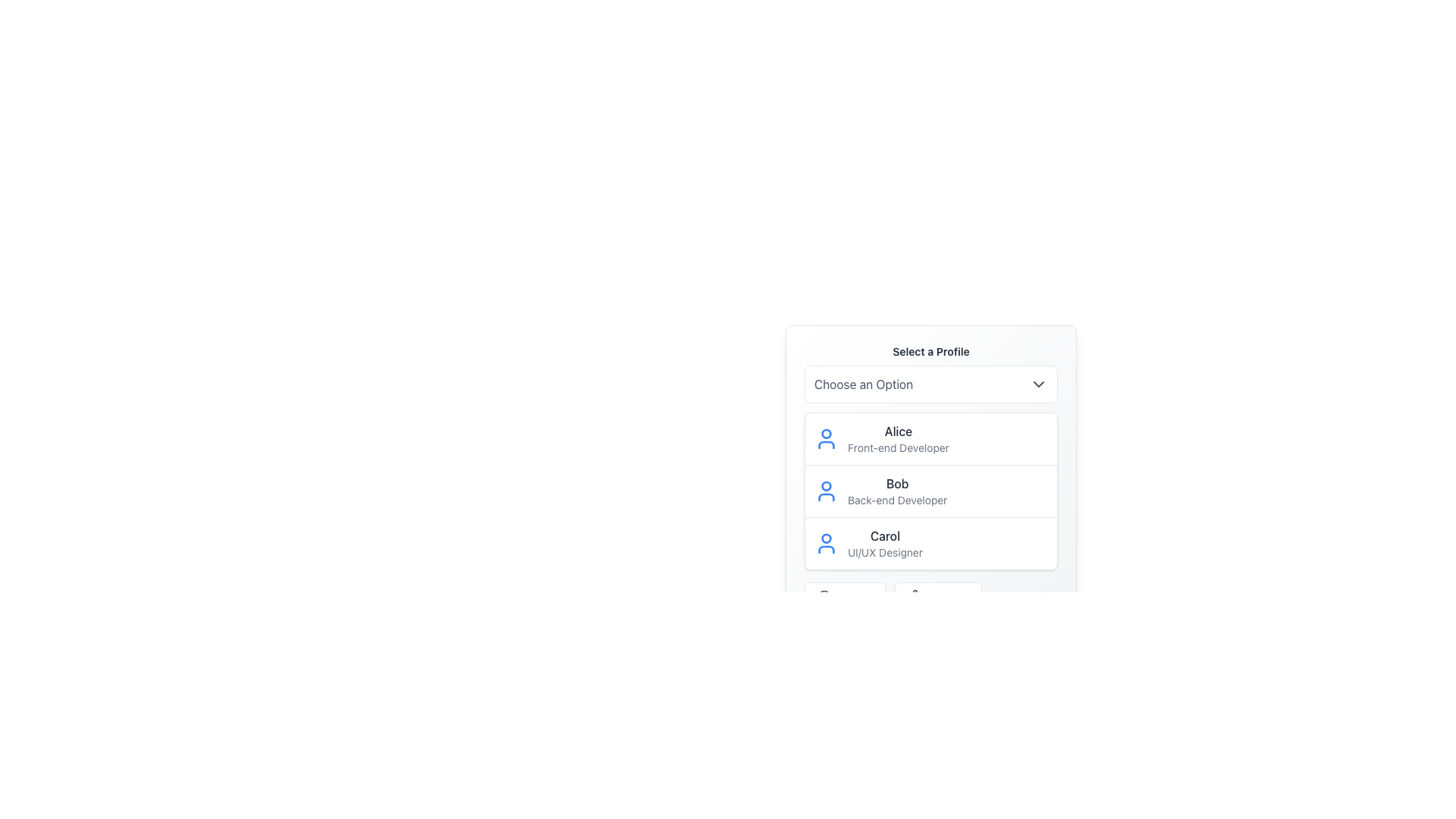  I want to click on the circular sub-component of the user profile icon for 'Carol', which is the third entry in the vertical list, so click(825, 537).